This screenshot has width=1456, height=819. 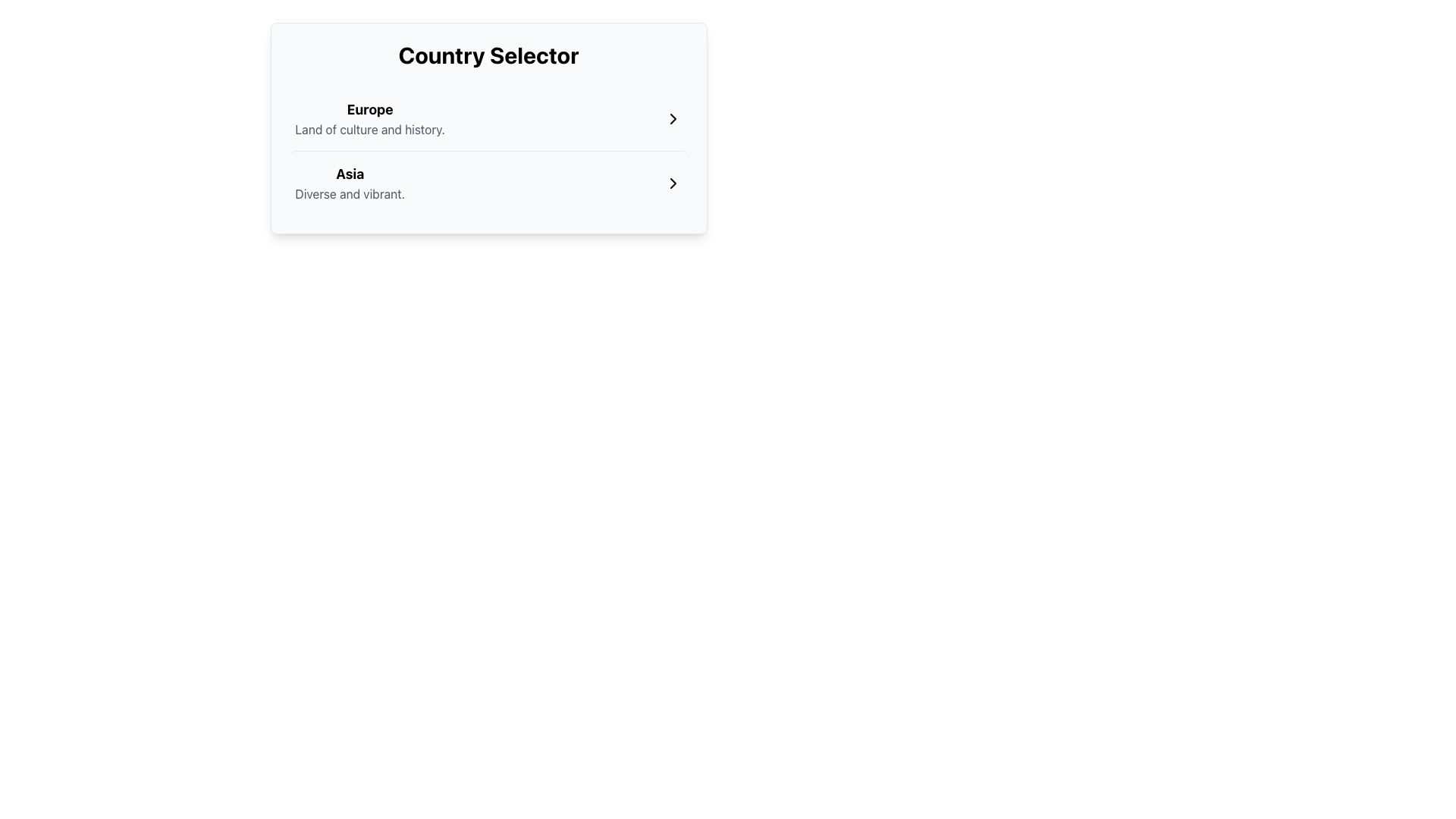 I want to click on the right-pointing chevron-shaped icon located at the far right of the list item labeled 'Asia', so click(x=672, y=183).